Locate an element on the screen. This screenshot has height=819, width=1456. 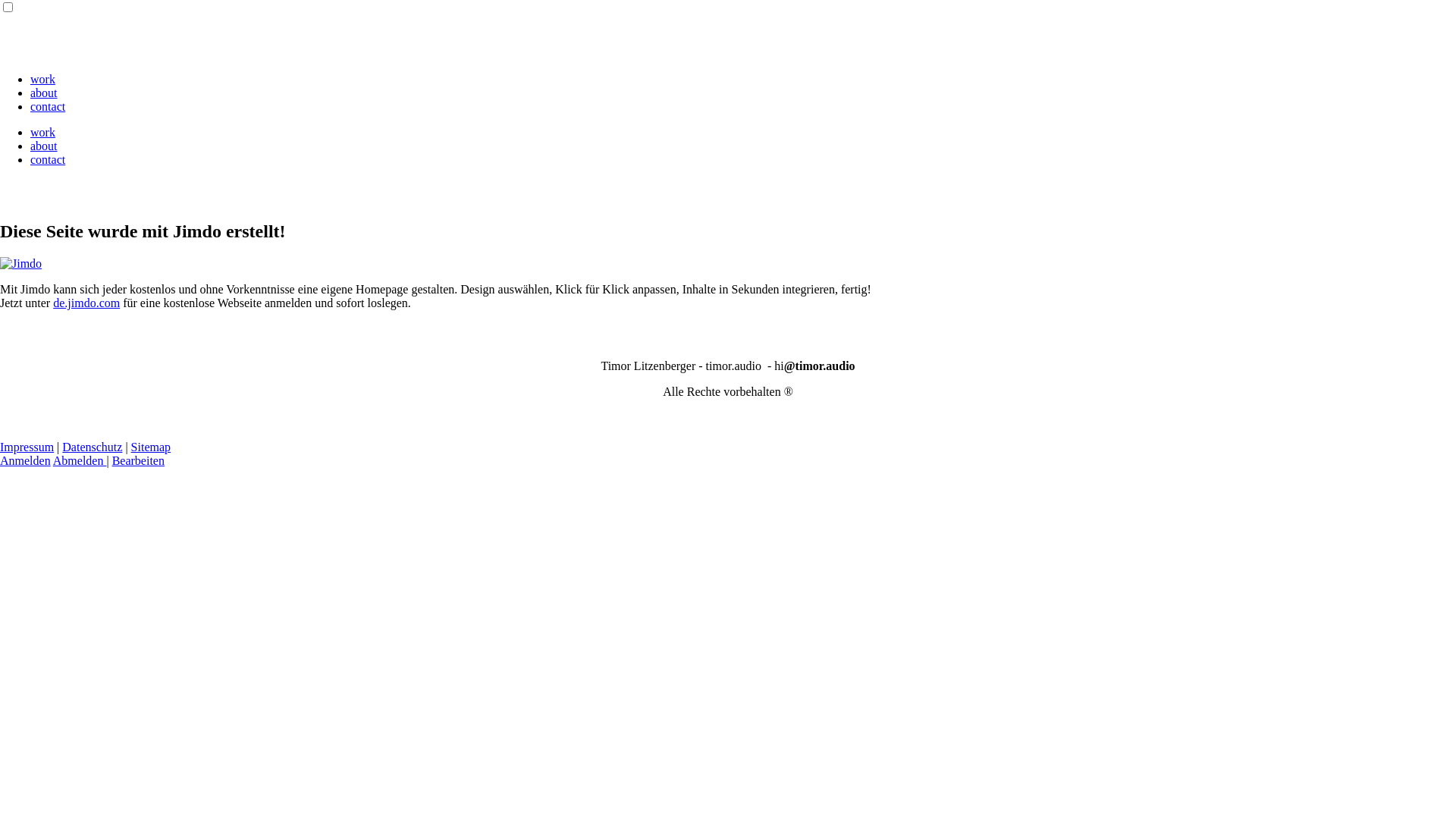
'contact' is located at coordinates (30, 105).